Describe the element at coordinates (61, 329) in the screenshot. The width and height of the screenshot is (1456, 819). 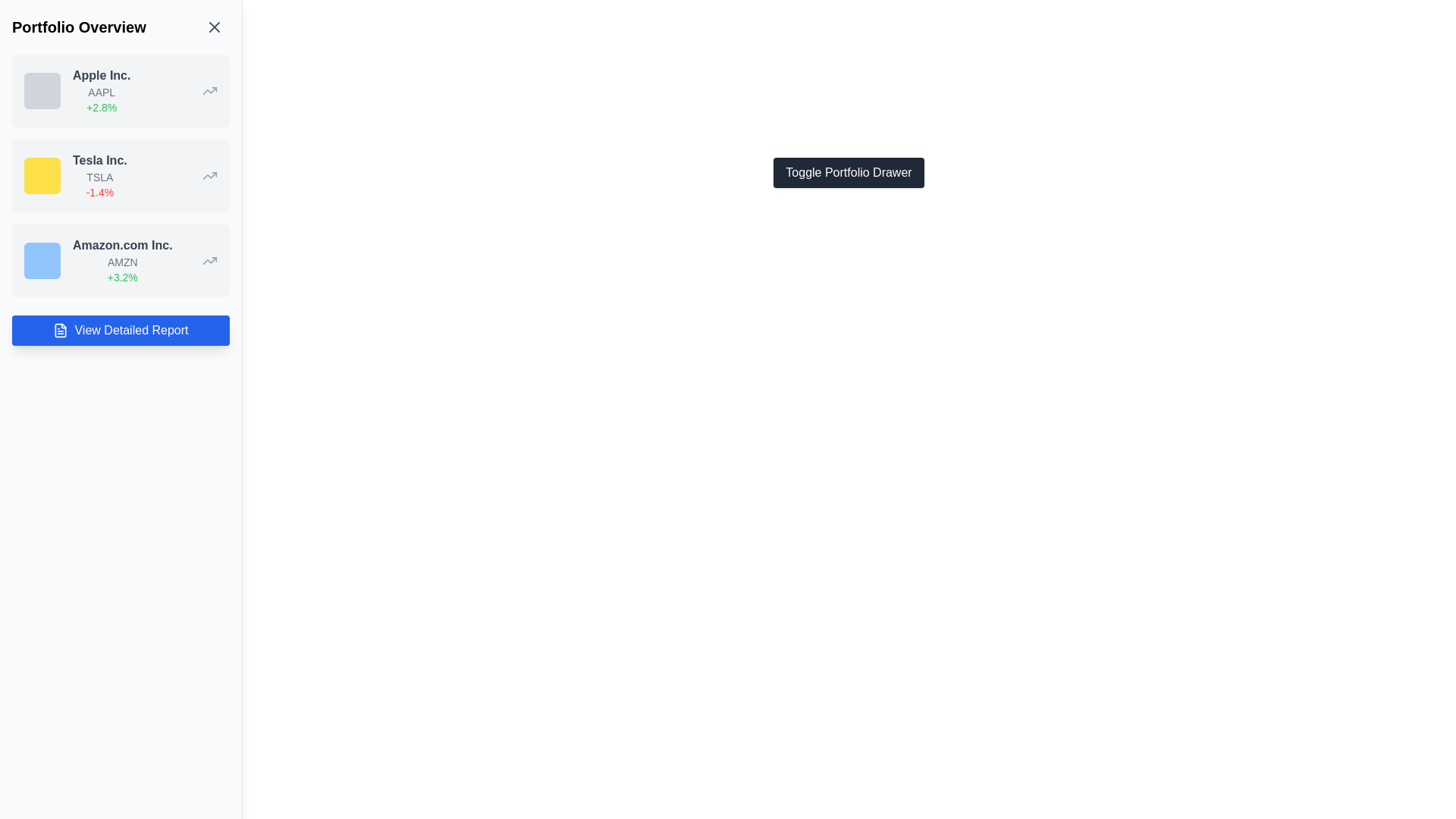
I see `the decorative icon located in the bottom-left corner of the sidebar within the 'View Detailed Report' button area, which symbolizes the action of generating or viewing a detailed report` at that location.